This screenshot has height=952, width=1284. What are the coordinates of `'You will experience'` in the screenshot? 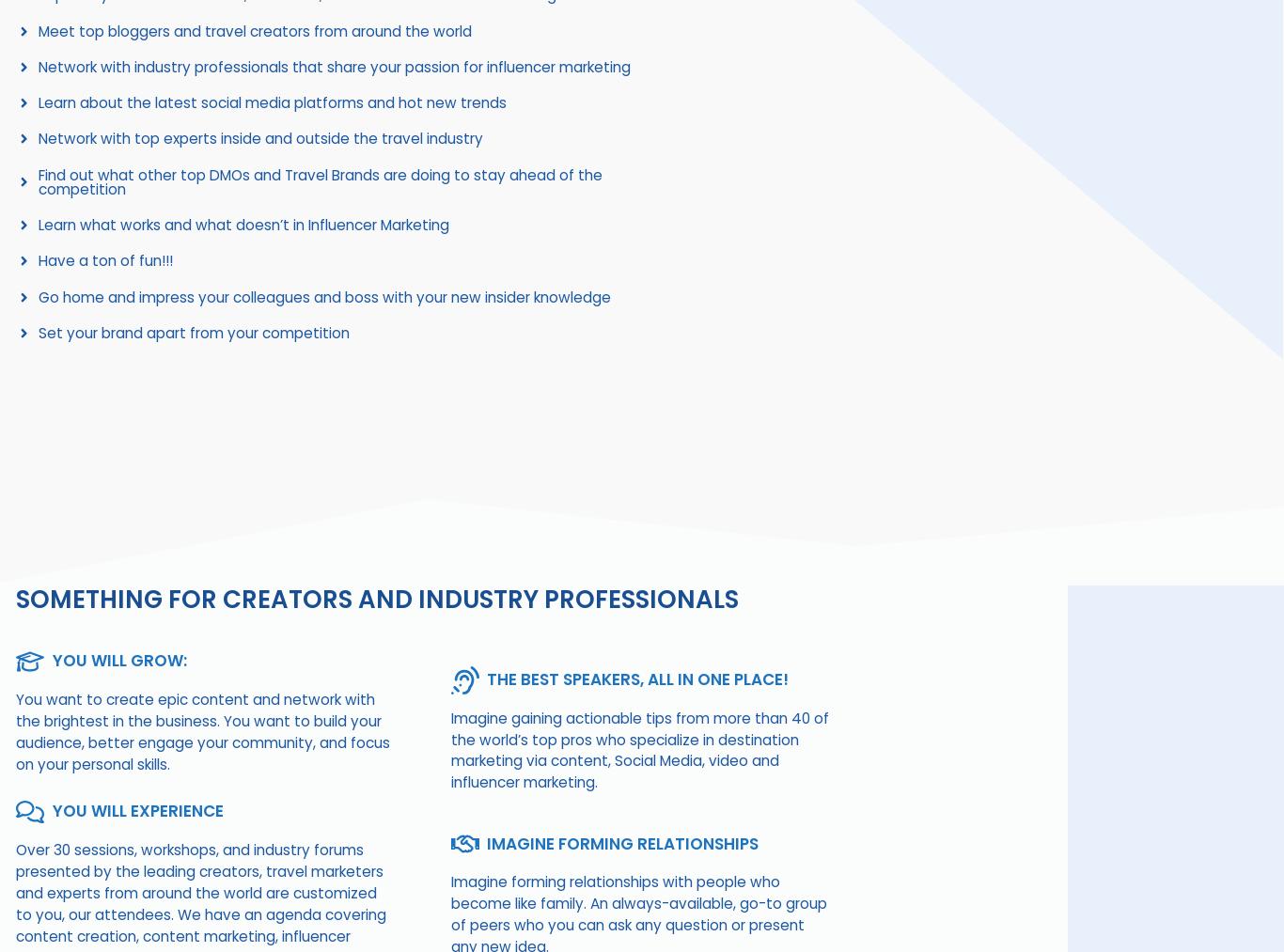 It's located at (136, 809).